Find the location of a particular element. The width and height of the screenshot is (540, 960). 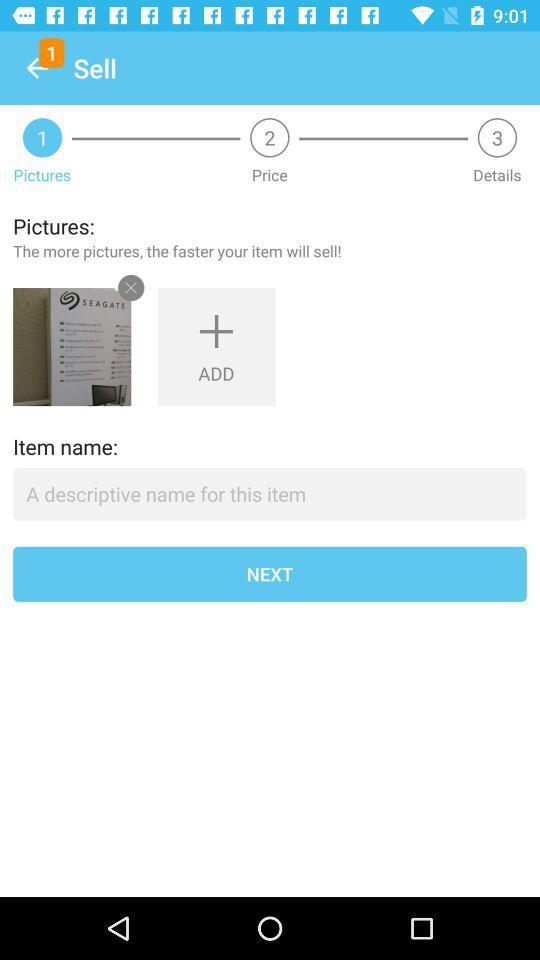

or delete picture is located at coordinates (71, 347).